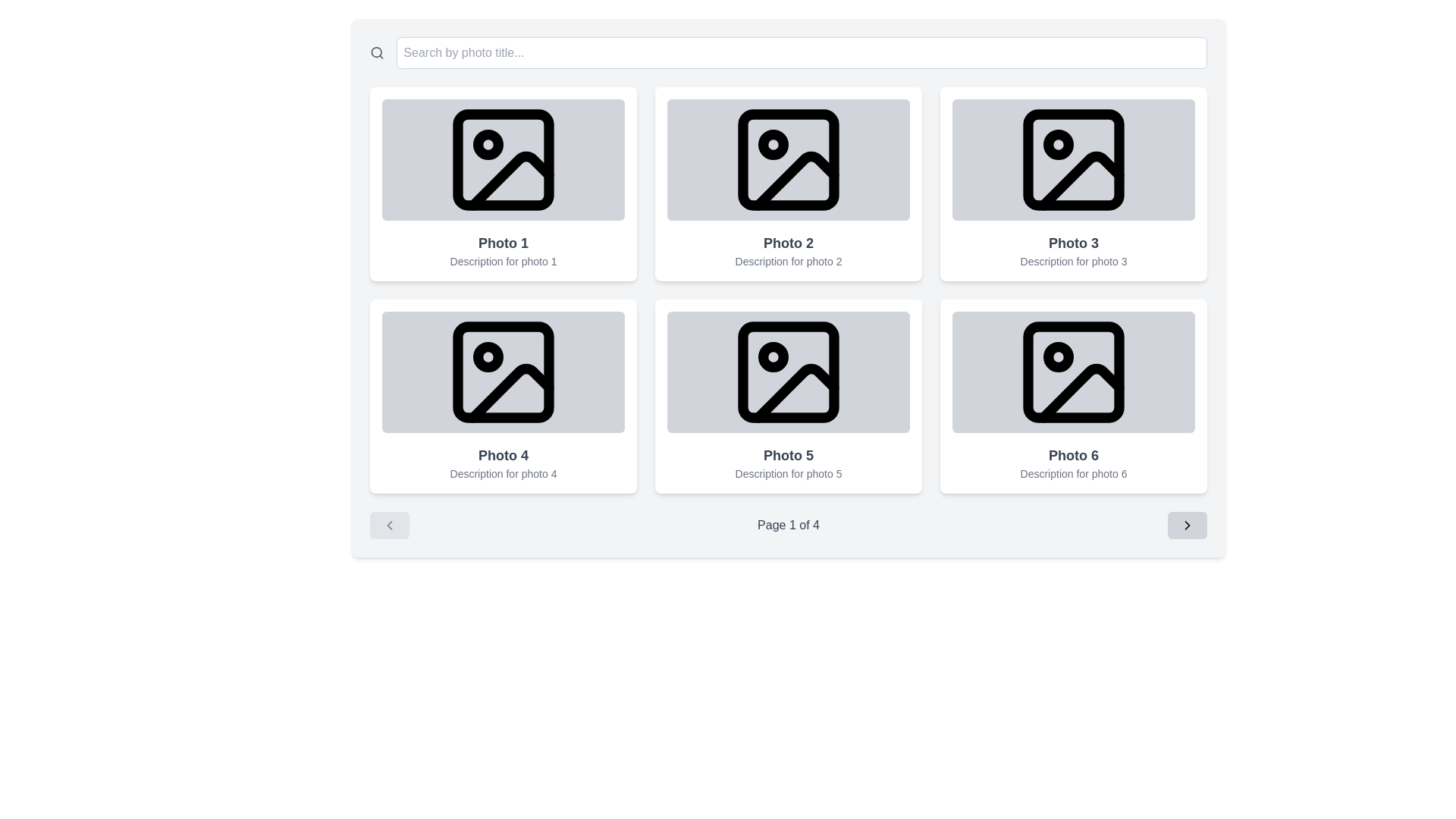 The width and height of the screenshot is (1456, 819). What do you see at coordinates (789, 260) in the screenshot?
I see `the text label displaying 'Description for photo 2', which is styled in light gray font and located below the title 'Photo 2' in the card structure of the second column, first row of the grid layout` at bounding box center [789, 260].